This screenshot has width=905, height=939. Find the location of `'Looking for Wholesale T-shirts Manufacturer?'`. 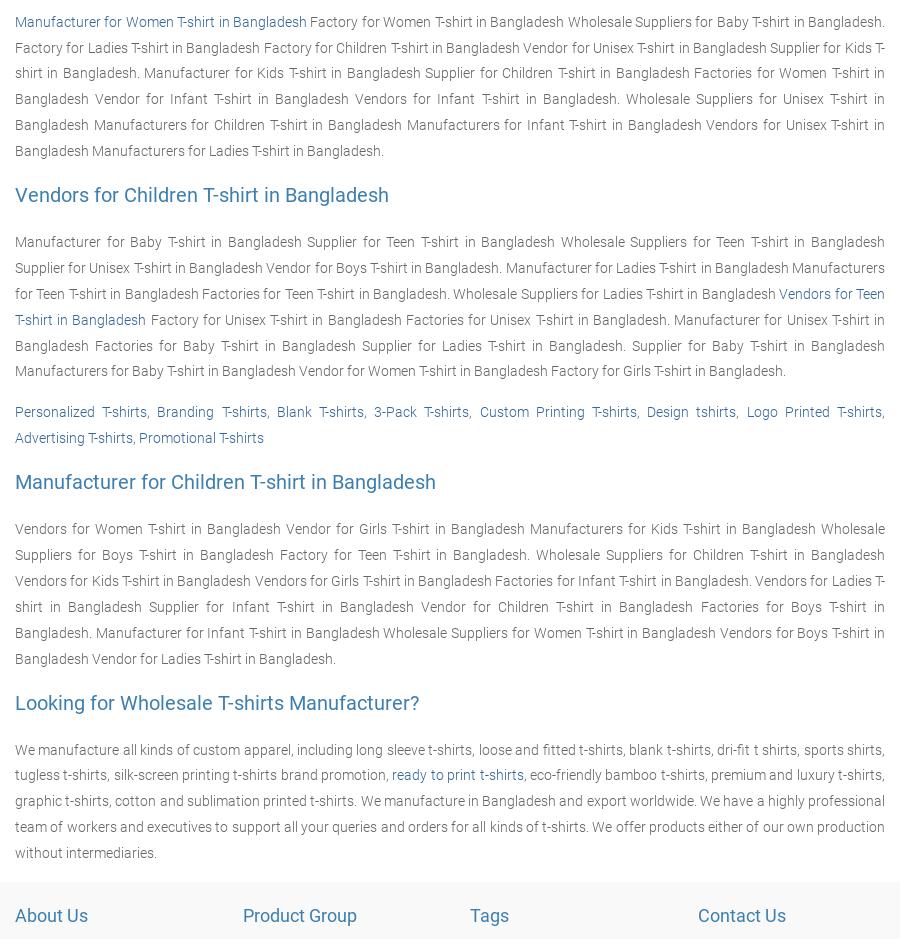

'Looking for Wholesale T-shirts Manufacturer?' is located at coordinates (14, 700).